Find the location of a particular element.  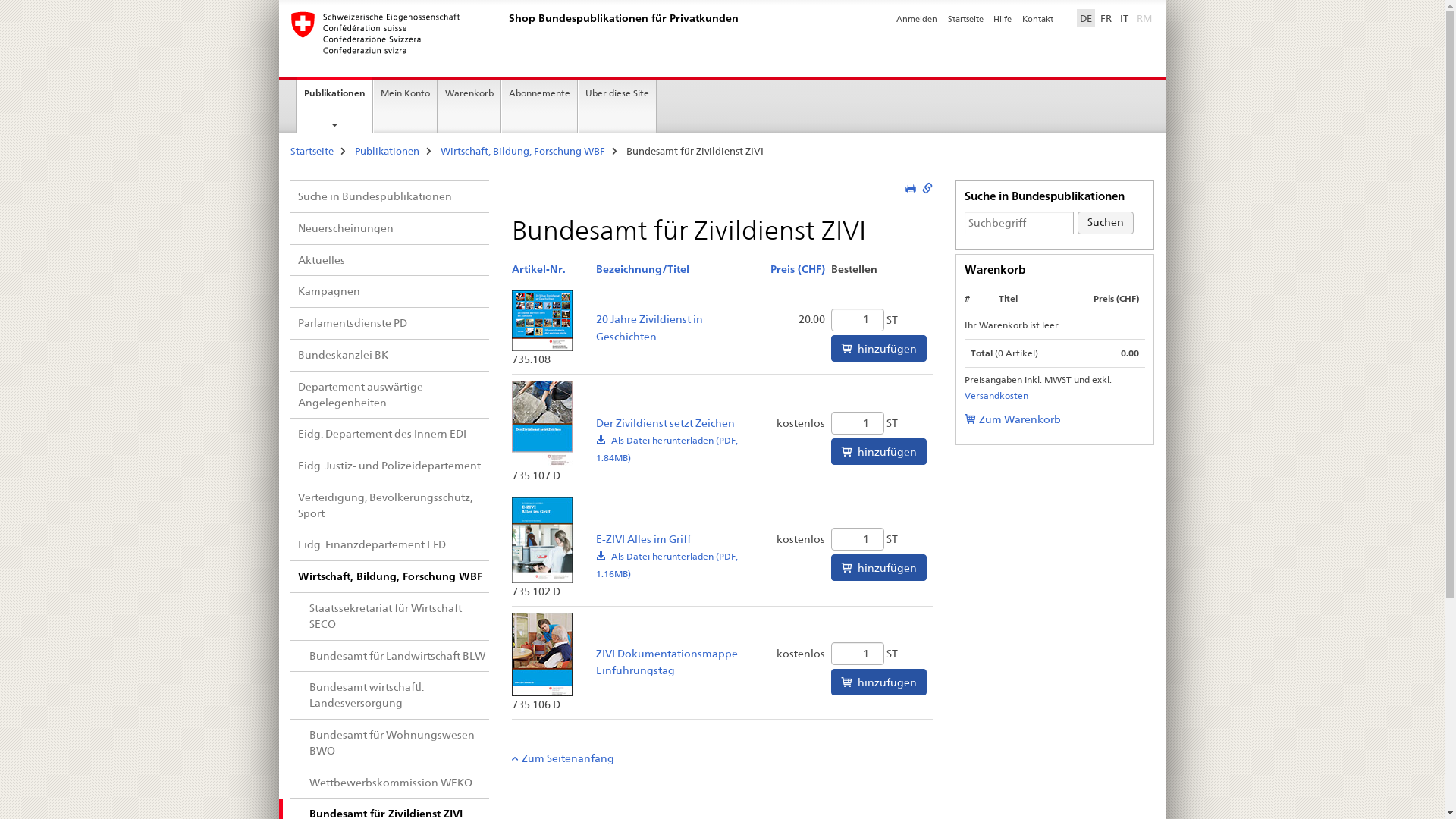

'Aufsteigend sortieren: is located at coordinates (538, 268).